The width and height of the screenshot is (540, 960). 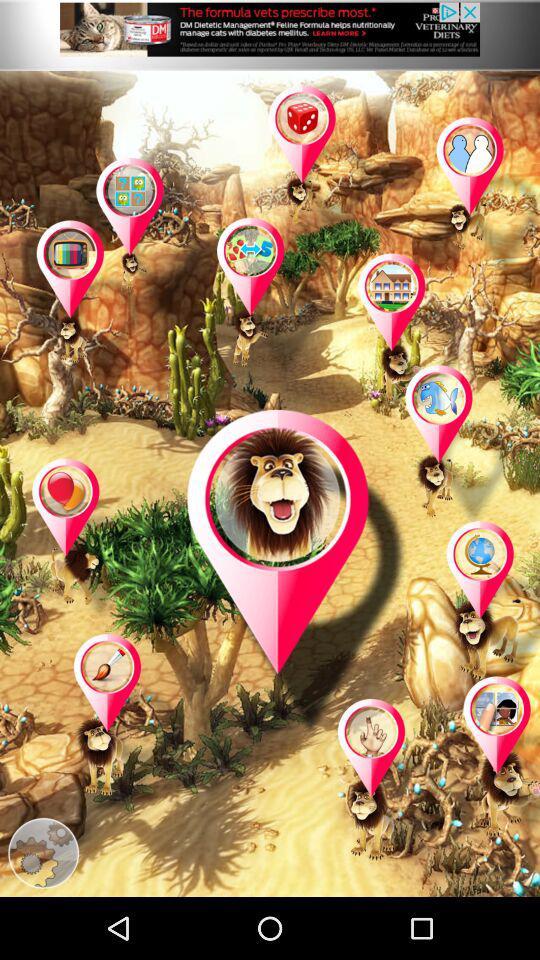 What do you see at coordinates (85, 539) in the screenshot?
I see `games` at bounding box center [85, 539].